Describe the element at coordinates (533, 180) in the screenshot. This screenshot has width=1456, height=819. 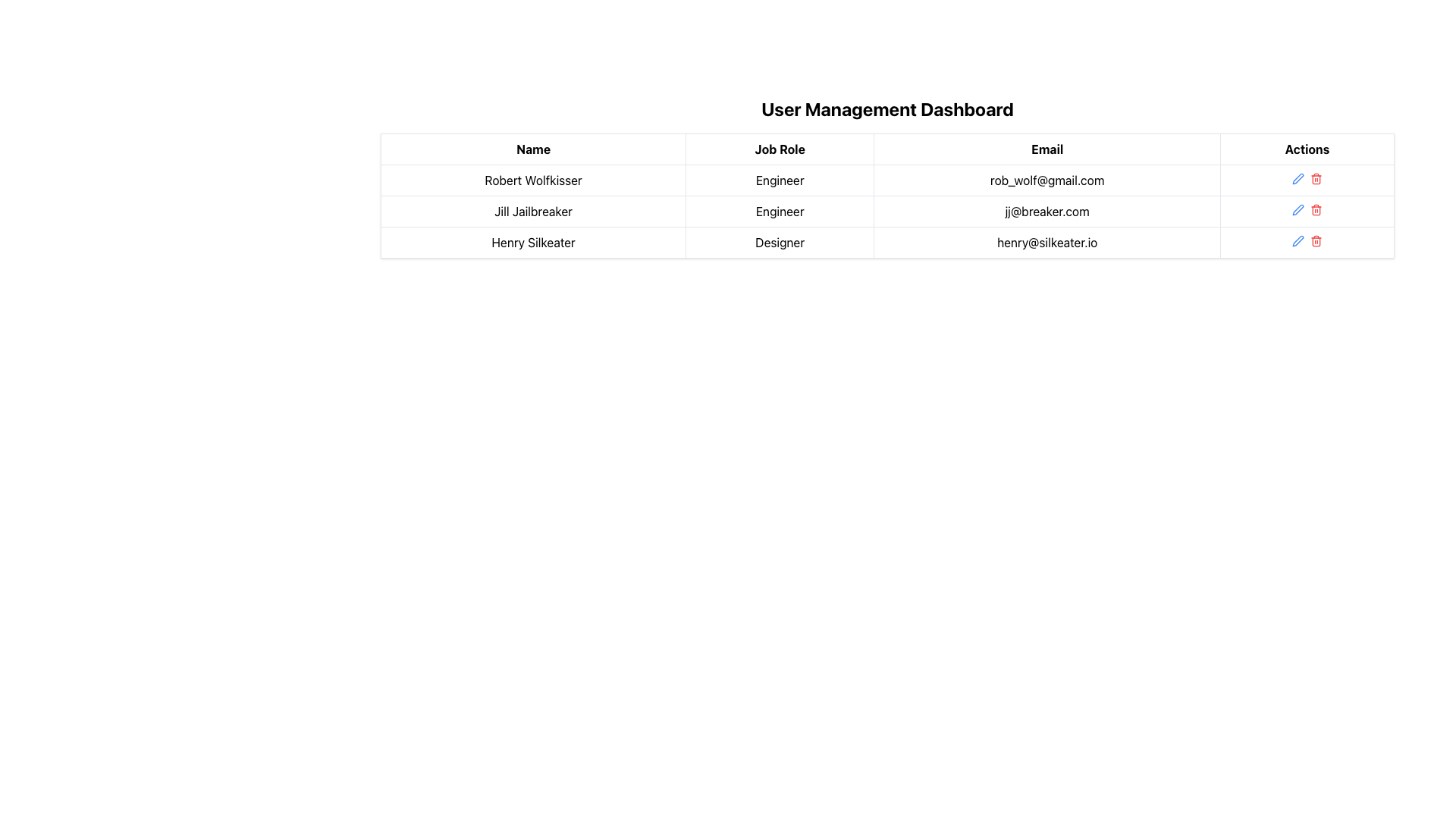
I see `the text label displaying the name 'Robert Wolfkisser', which is part of a table under the 'Name' column` at that location.